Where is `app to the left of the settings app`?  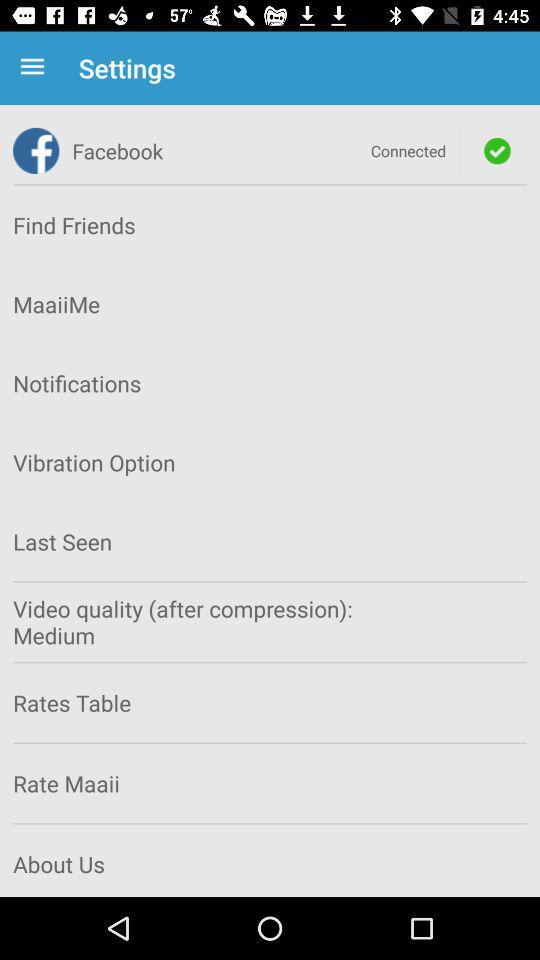 app to the left of the settings app is located at coordinates (36, 68).